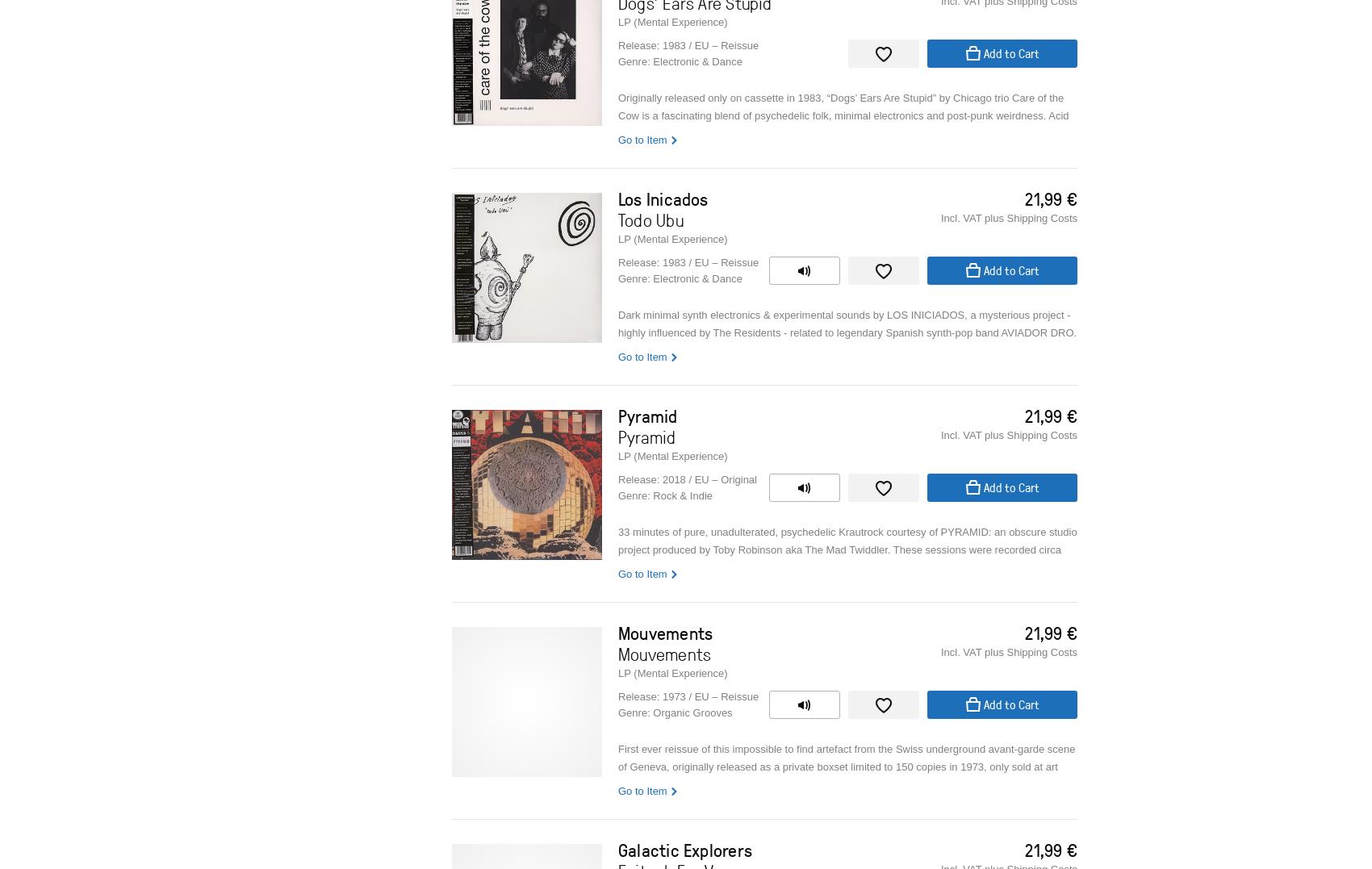 The width and height of the screenshot is (1372, 869). What do you see at coordinates (692, 712) in the screenshot?
I see `'Organic Grooves'` at bounding box center [692, 712].